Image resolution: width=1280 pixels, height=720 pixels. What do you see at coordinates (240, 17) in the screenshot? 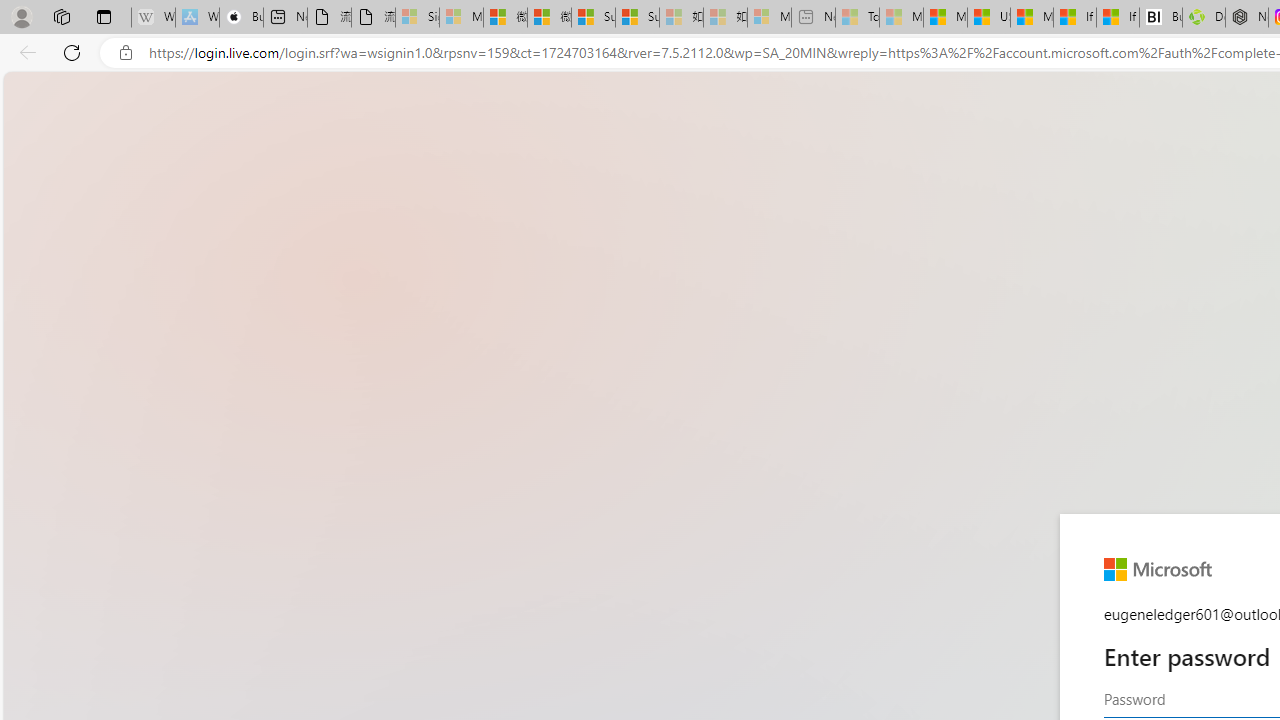
I see `'Buy iPad - Apple'` at bounding box center [240, 17].